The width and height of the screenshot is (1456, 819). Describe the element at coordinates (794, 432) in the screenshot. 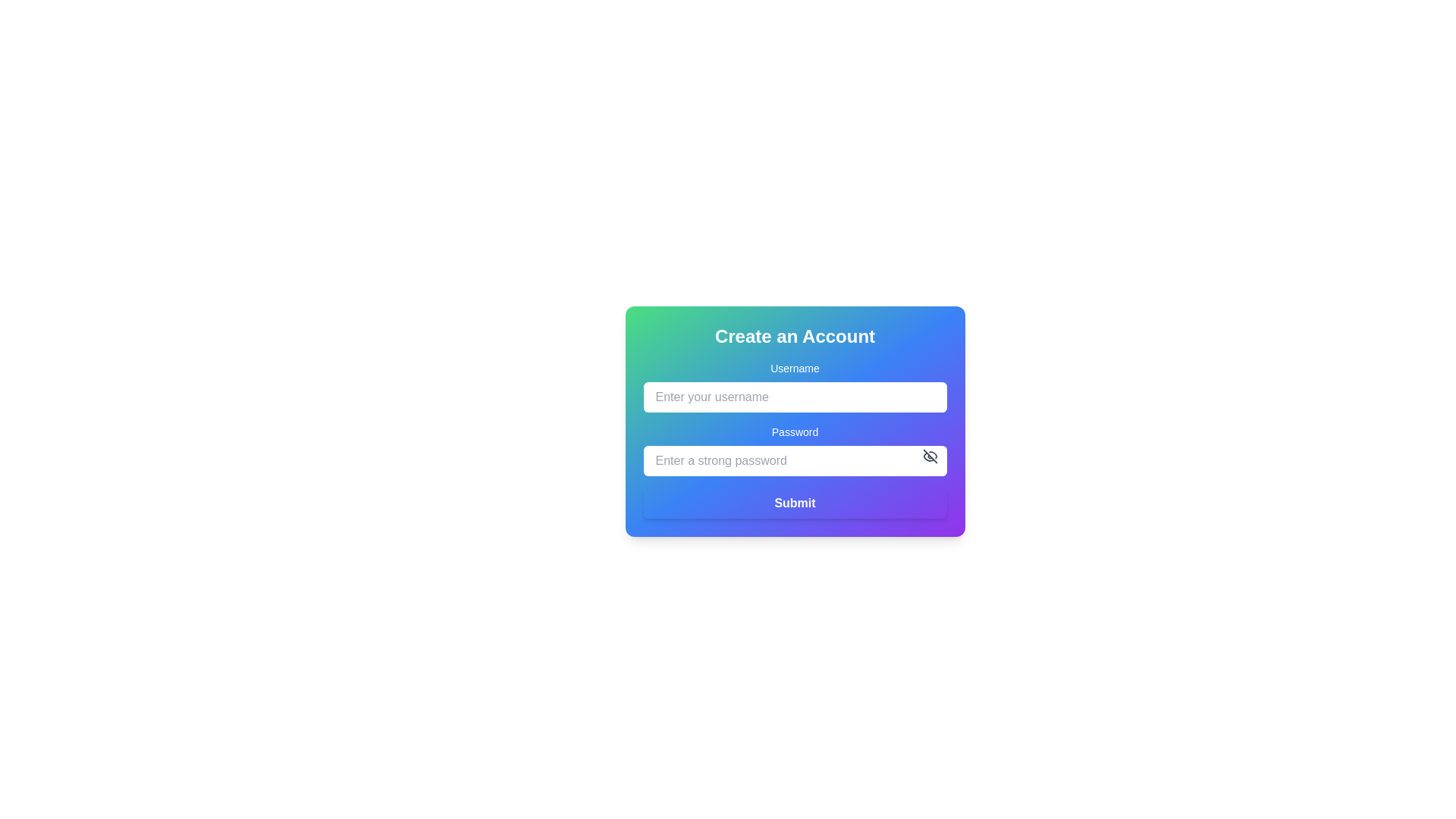

I see `the label associated with the password input field under the 'Create an Account' title` at that location.